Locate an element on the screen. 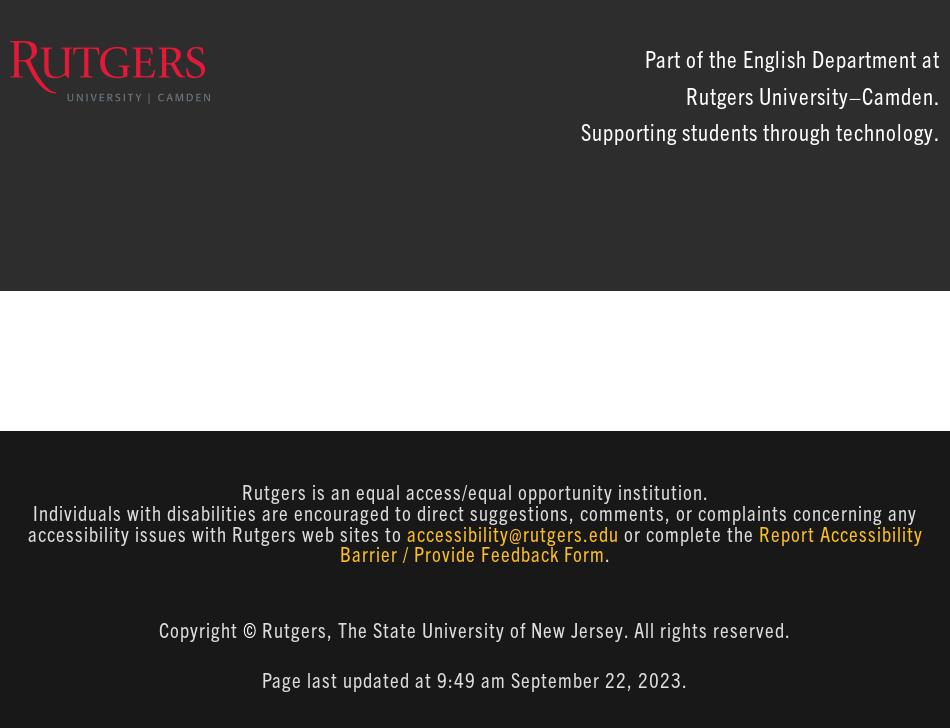  'Part of the English Department at' is located at coordinates (644, 57).